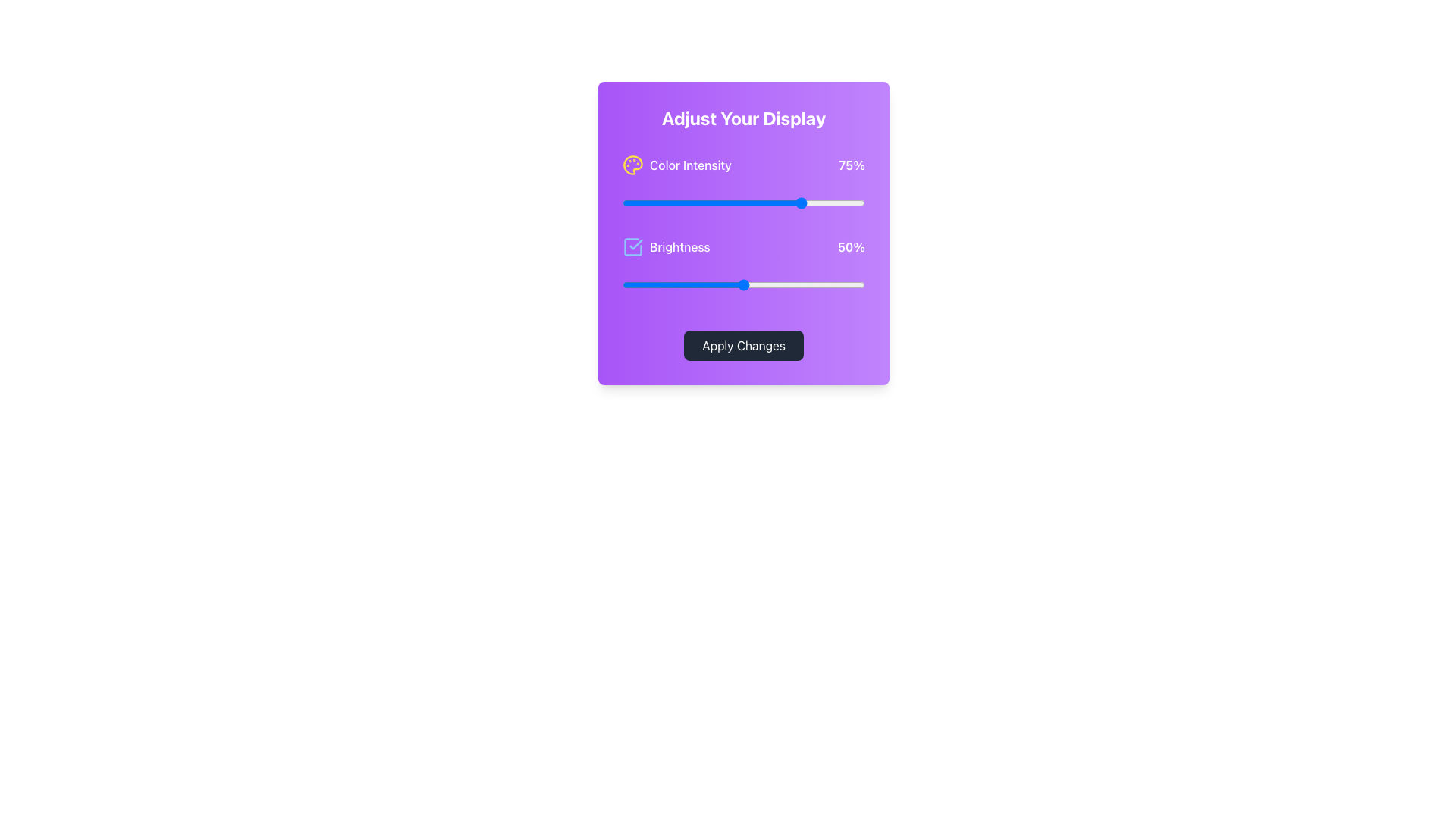 Image resolution: width=1456 pixels, height=819 pixels. I want to click on the Brightness slider, so click(664, 284).